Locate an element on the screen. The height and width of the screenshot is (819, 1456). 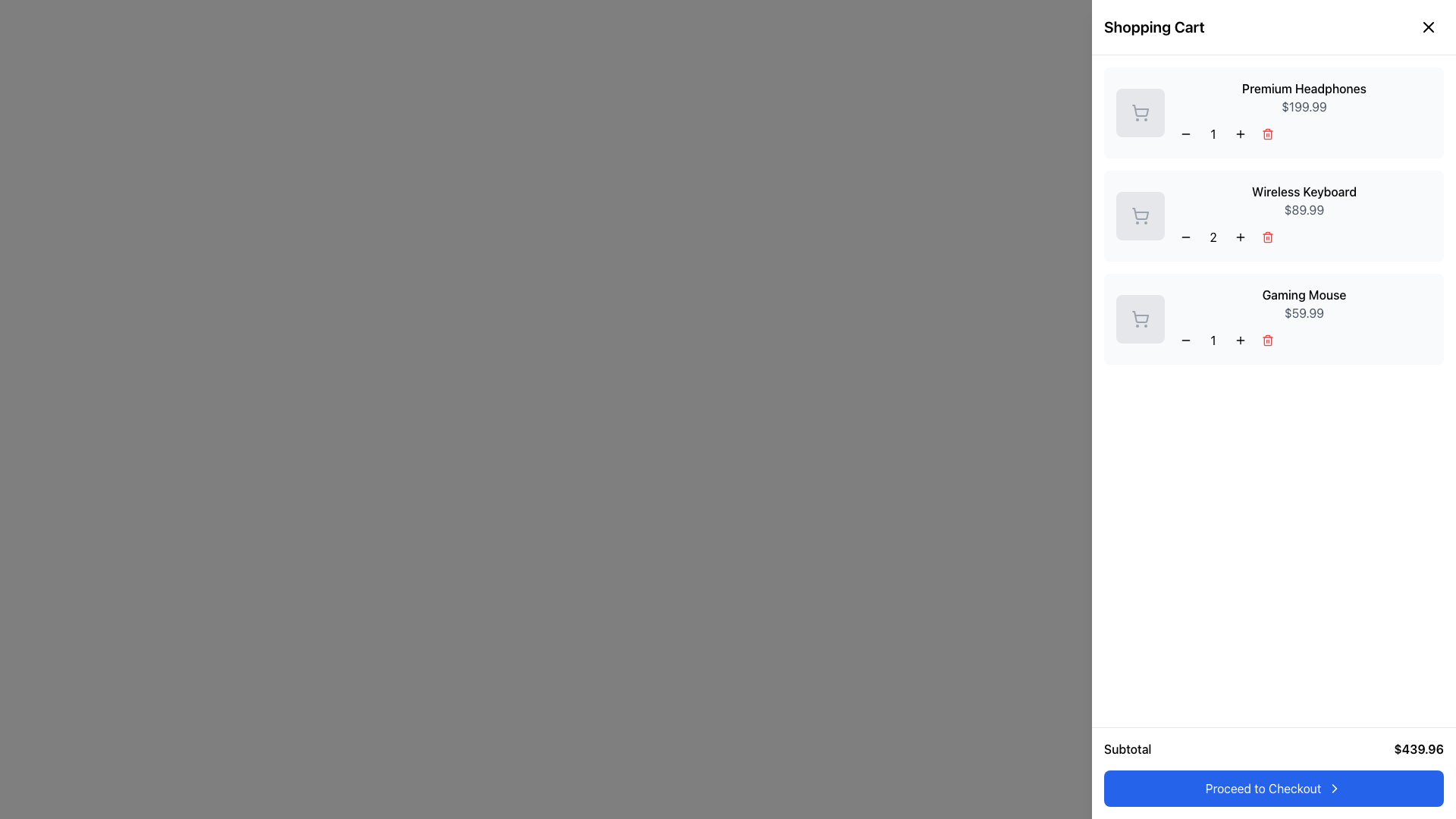
the increment button icon for the 'Wireless Keyboard' item in the shopping cart is located at coordinates (1241, 237).